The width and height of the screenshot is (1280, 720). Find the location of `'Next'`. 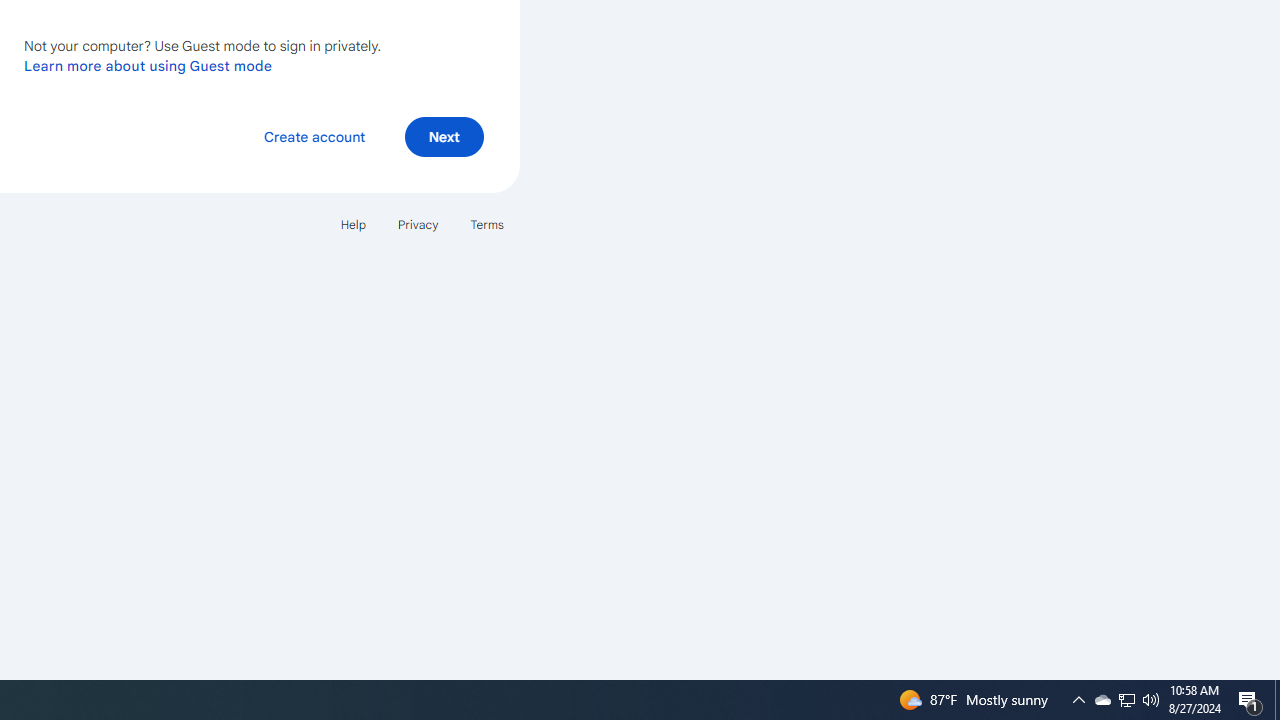

'Next' is located at coordinates (443, 135).